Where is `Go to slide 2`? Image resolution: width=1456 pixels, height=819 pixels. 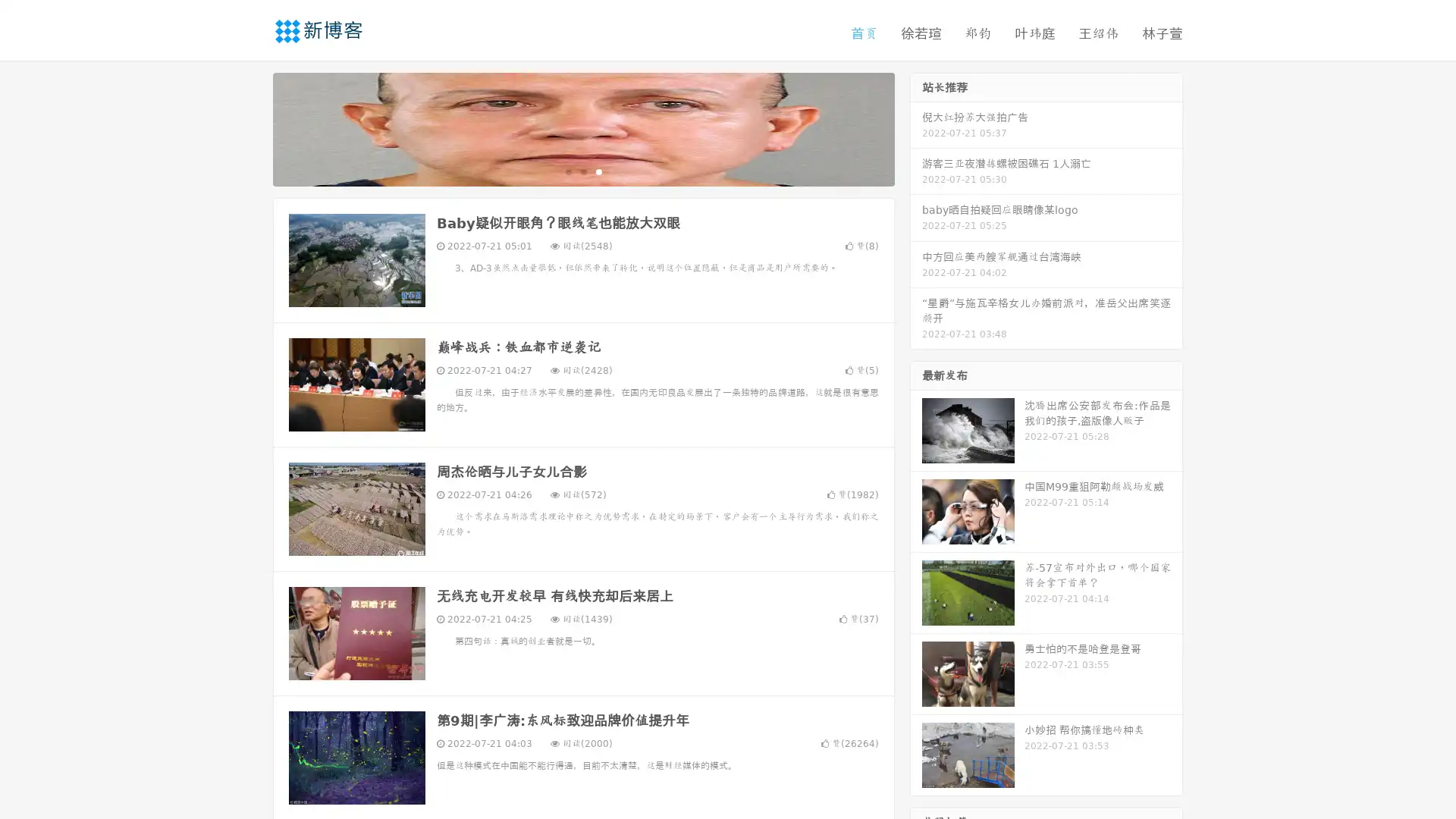
Go to slide 2 is located at coordinates (582, 171).